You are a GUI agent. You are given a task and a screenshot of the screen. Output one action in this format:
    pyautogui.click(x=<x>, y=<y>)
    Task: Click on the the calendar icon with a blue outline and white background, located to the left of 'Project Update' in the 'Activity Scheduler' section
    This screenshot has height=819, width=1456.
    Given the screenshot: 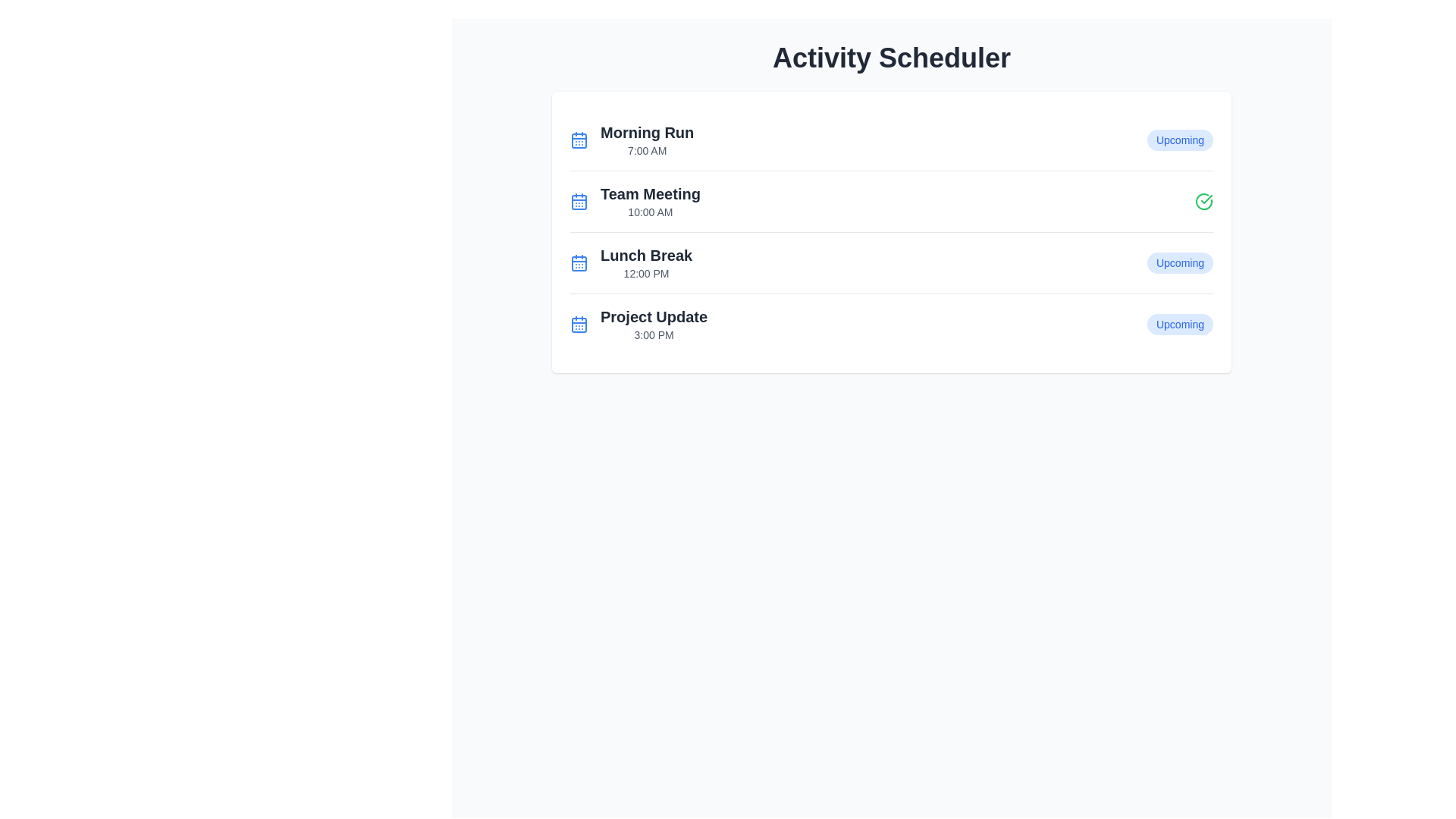 What is the action you would take?
    pyautogui.click(x=578, y=324)
    